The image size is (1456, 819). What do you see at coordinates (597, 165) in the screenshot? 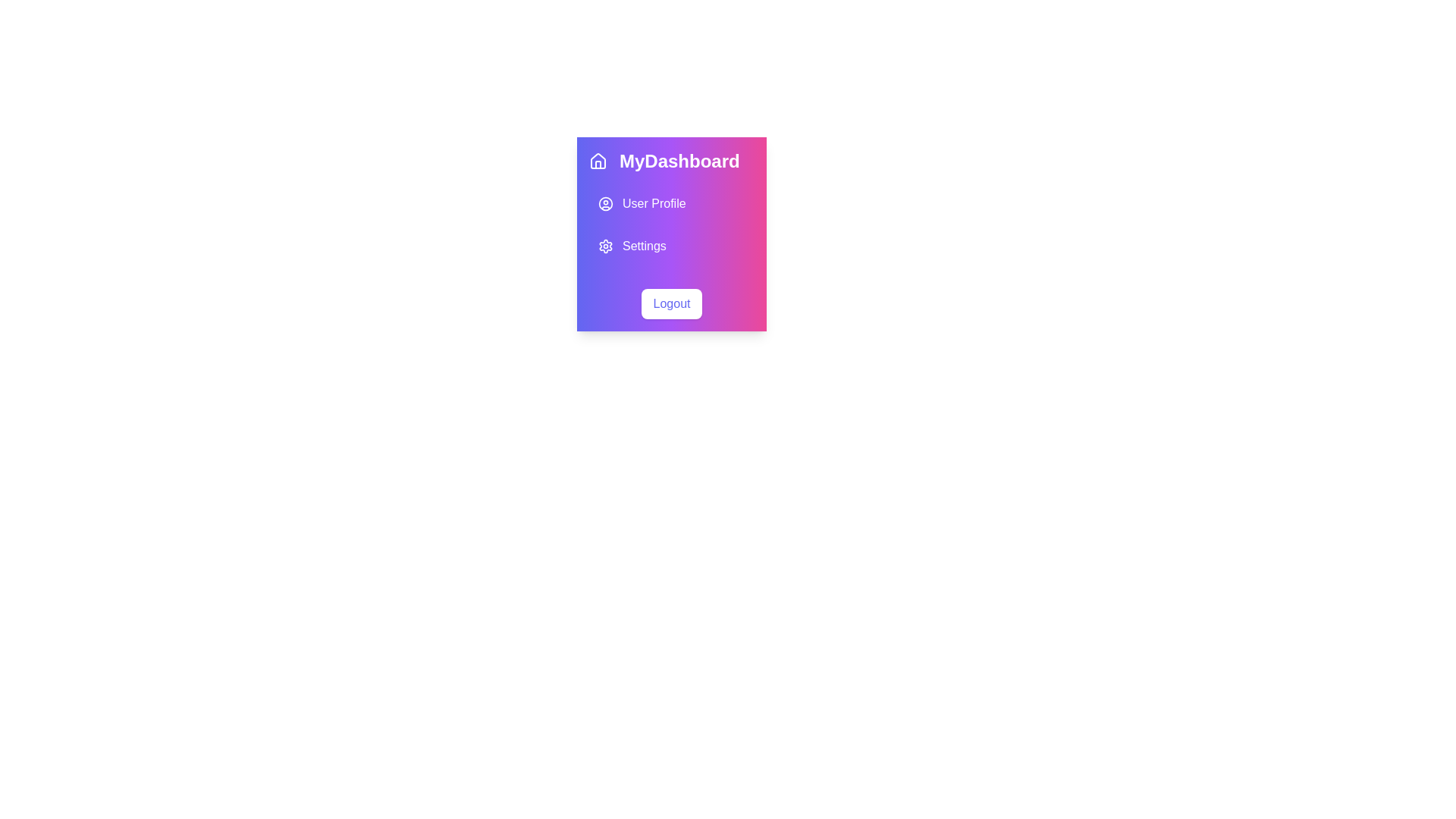
I see `the door element of the house icon represented by a vertical rectangle in the SVG, if it is interactive` at bounding box center [597, 165].